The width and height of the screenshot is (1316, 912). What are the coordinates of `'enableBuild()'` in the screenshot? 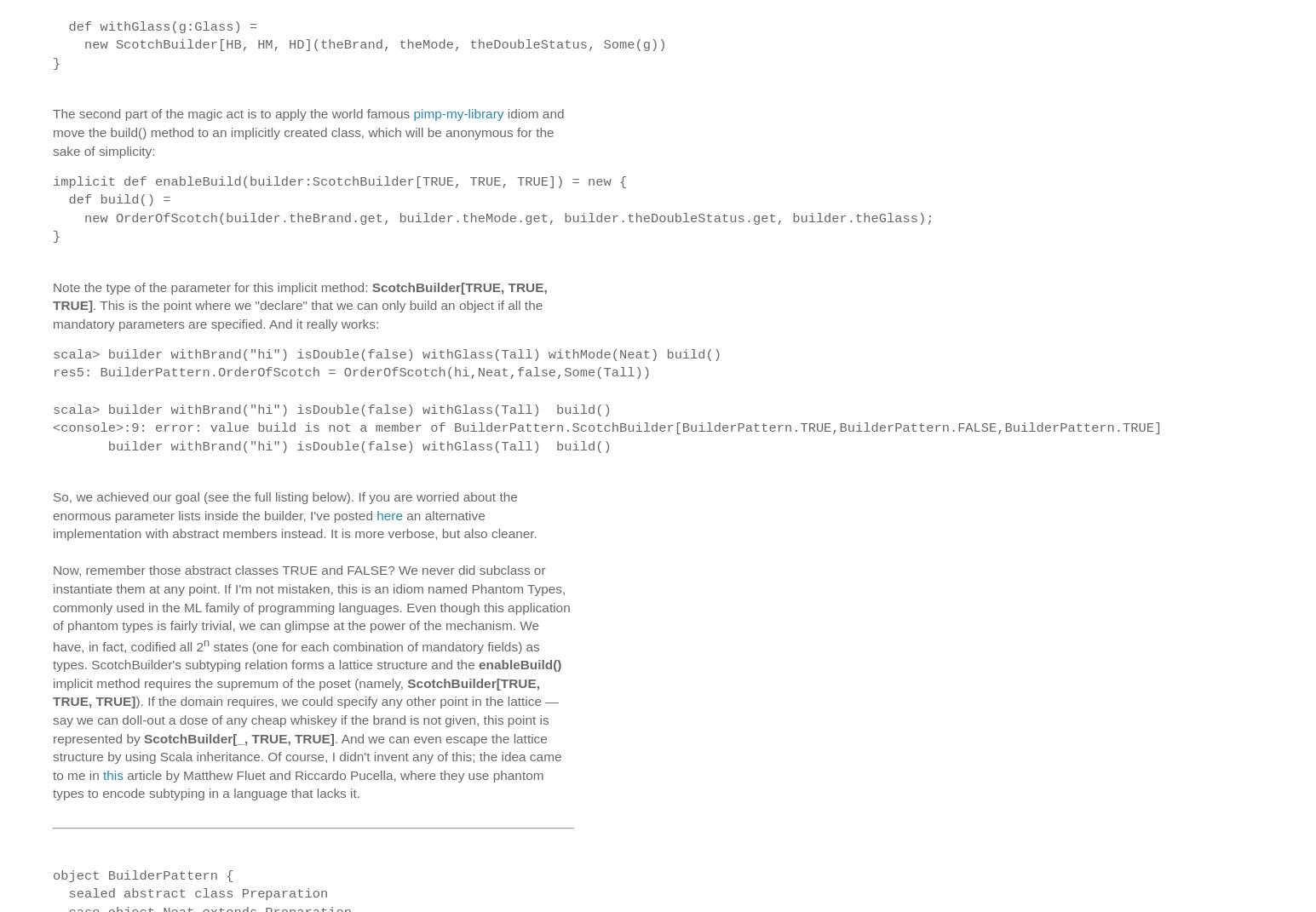 It's located at (519, 663).